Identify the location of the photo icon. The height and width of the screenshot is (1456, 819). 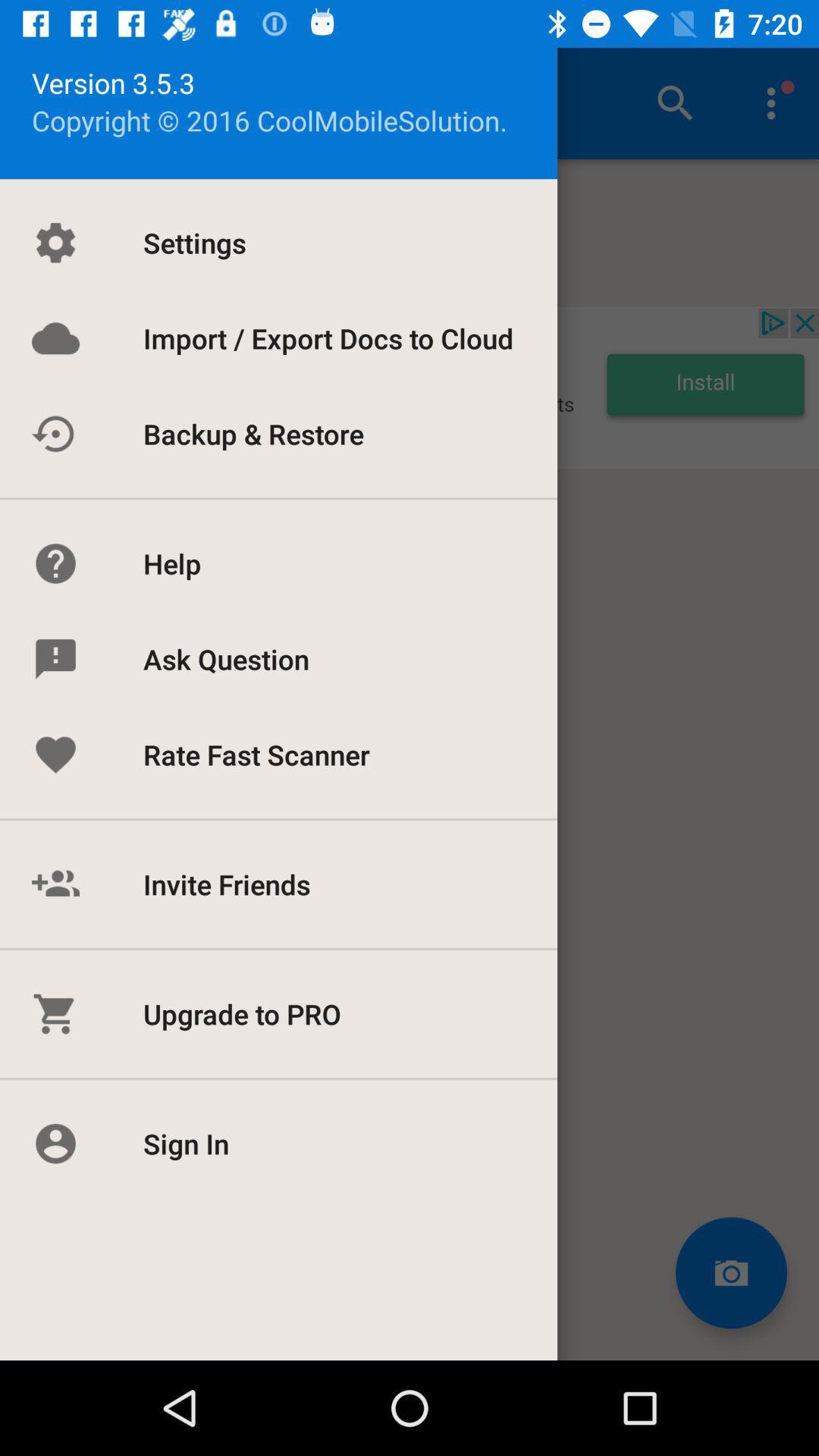
(730, 1272).